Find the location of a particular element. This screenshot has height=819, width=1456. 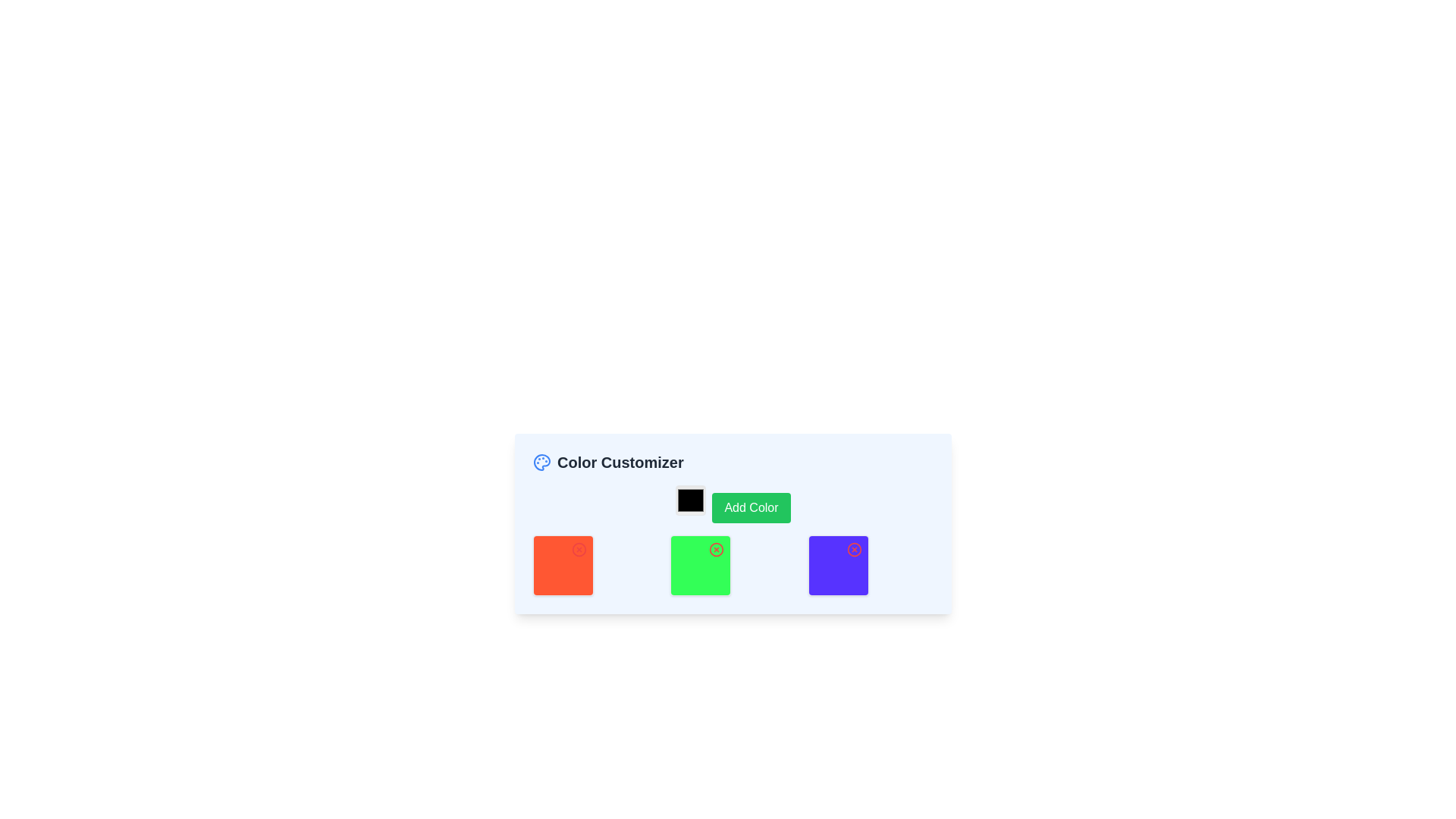

the Color block located in the 'Color Customizer' section is located at coordinates (733, 565).